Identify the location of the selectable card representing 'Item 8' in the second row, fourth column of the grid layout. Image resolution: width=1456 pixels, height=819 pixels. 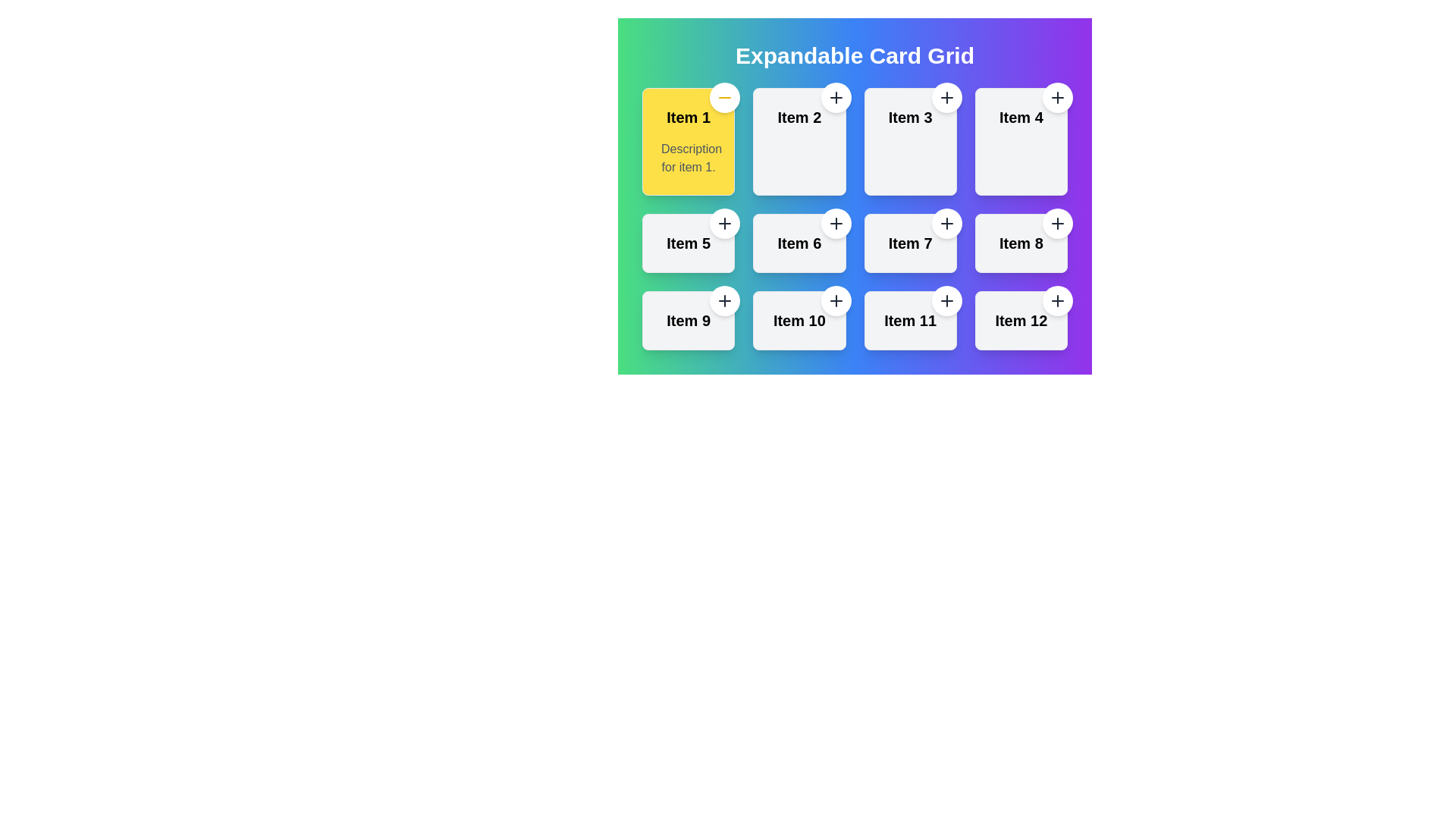
(1021, 242).